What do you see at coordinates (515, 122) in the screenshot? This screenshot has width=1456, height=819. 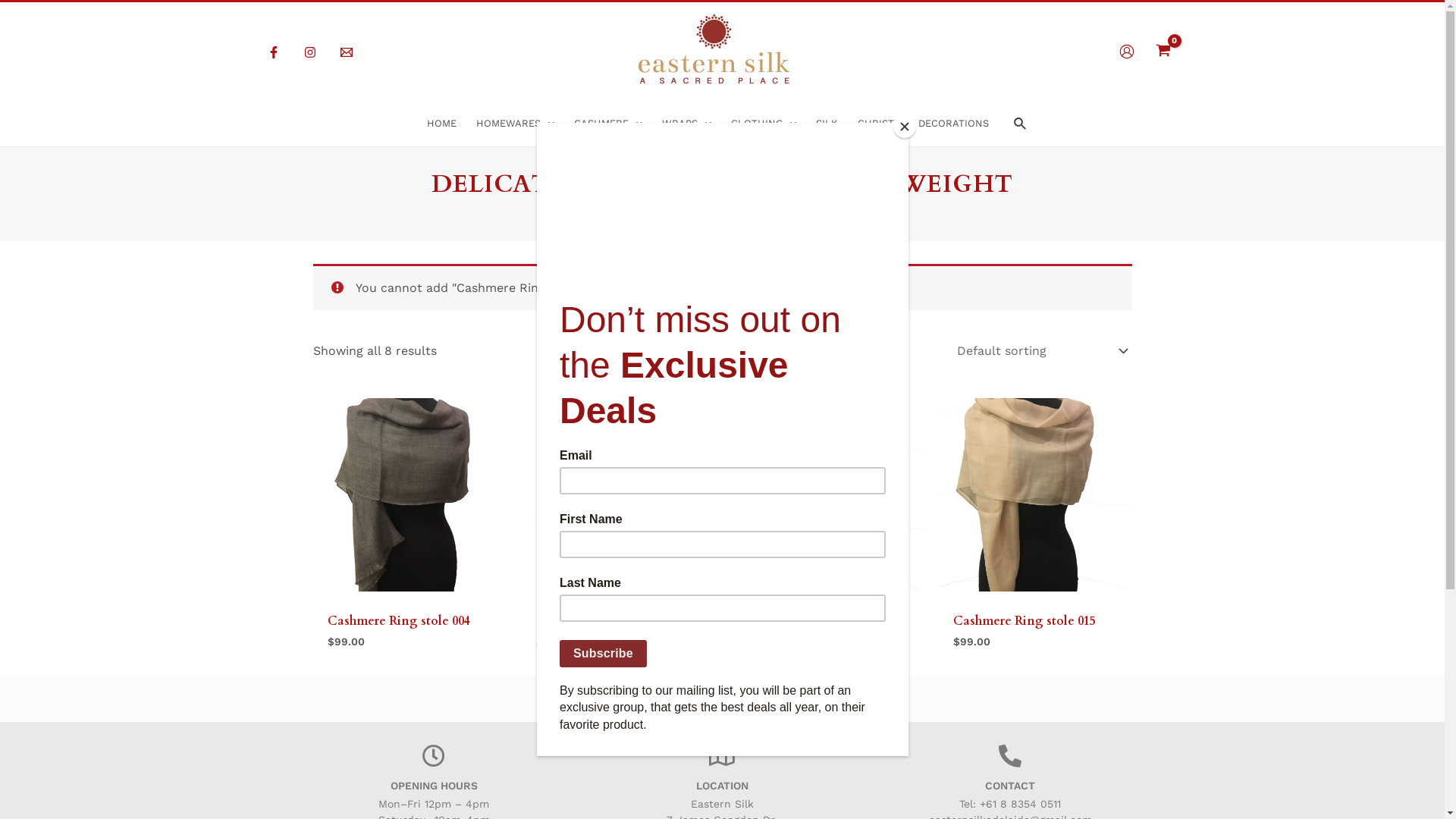 I see `'HOMEWARES'` at bounding box center [515, 122].